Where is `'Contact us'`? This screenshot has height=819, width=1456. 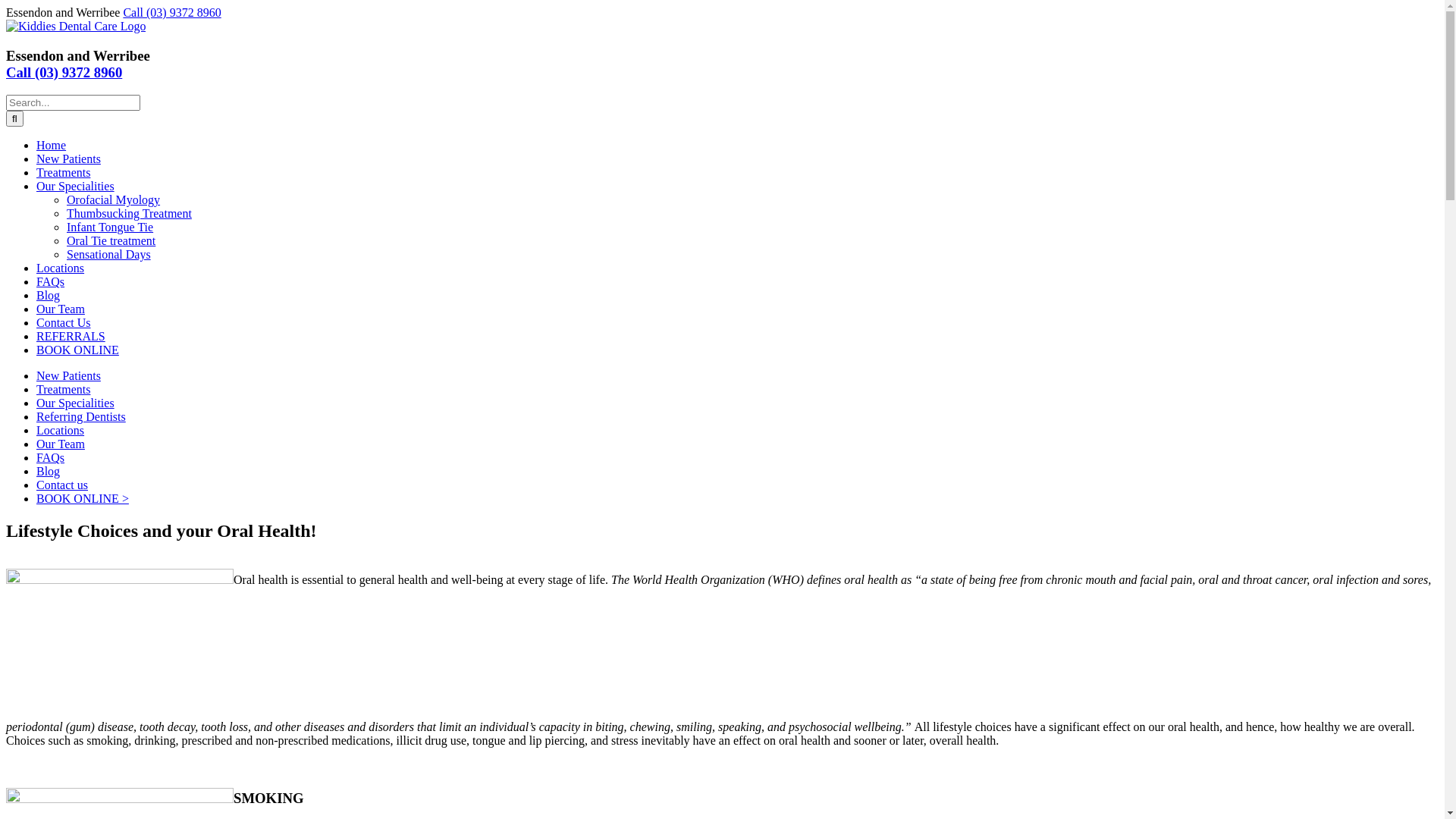
'Contact us' is located at coordinates (61, 485).